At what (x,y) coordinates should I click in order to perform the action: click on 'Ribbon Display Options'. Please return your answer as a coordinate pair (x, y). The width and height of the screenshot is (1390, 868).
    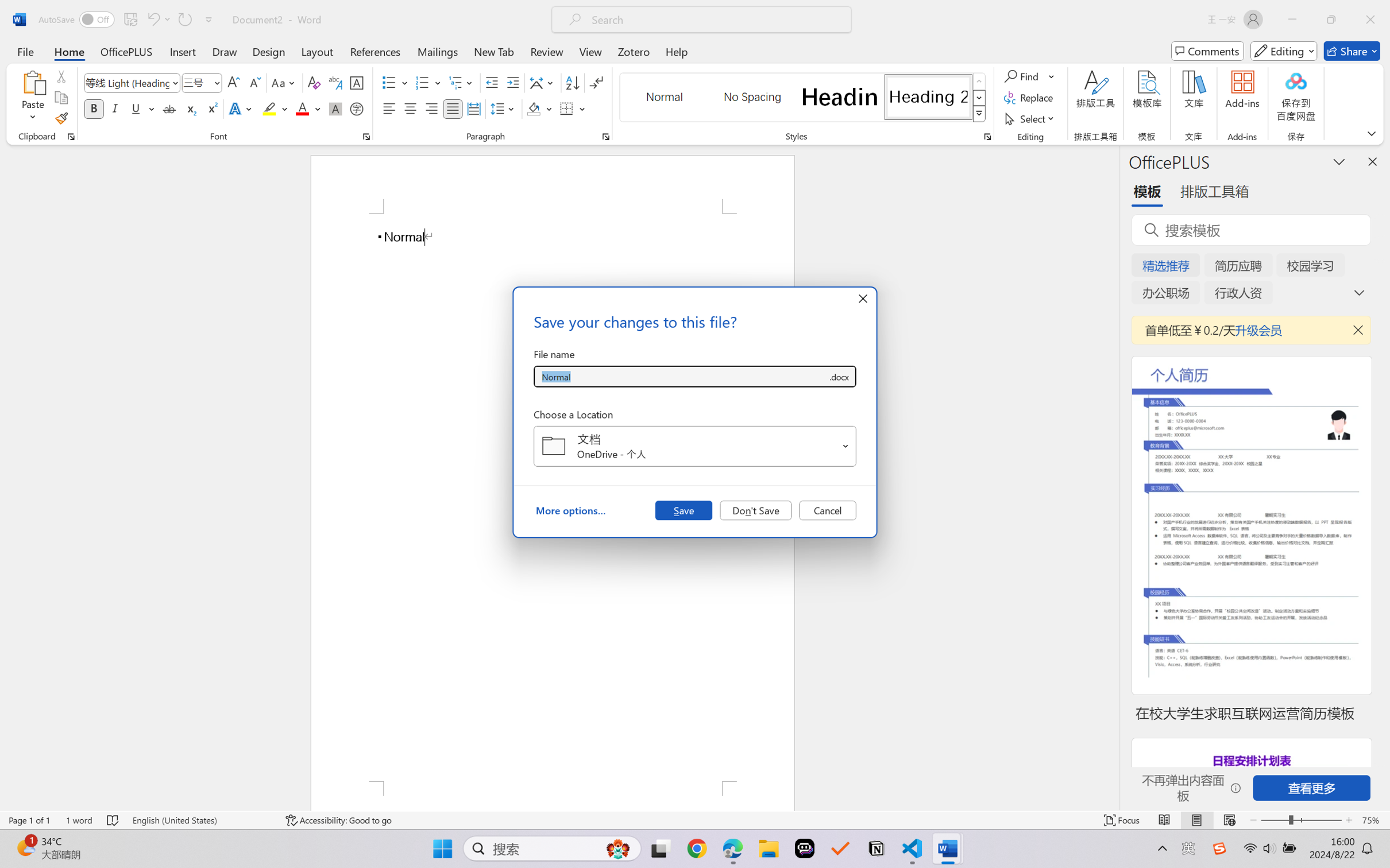
    Looking at the image, I should click on (1371, 133).